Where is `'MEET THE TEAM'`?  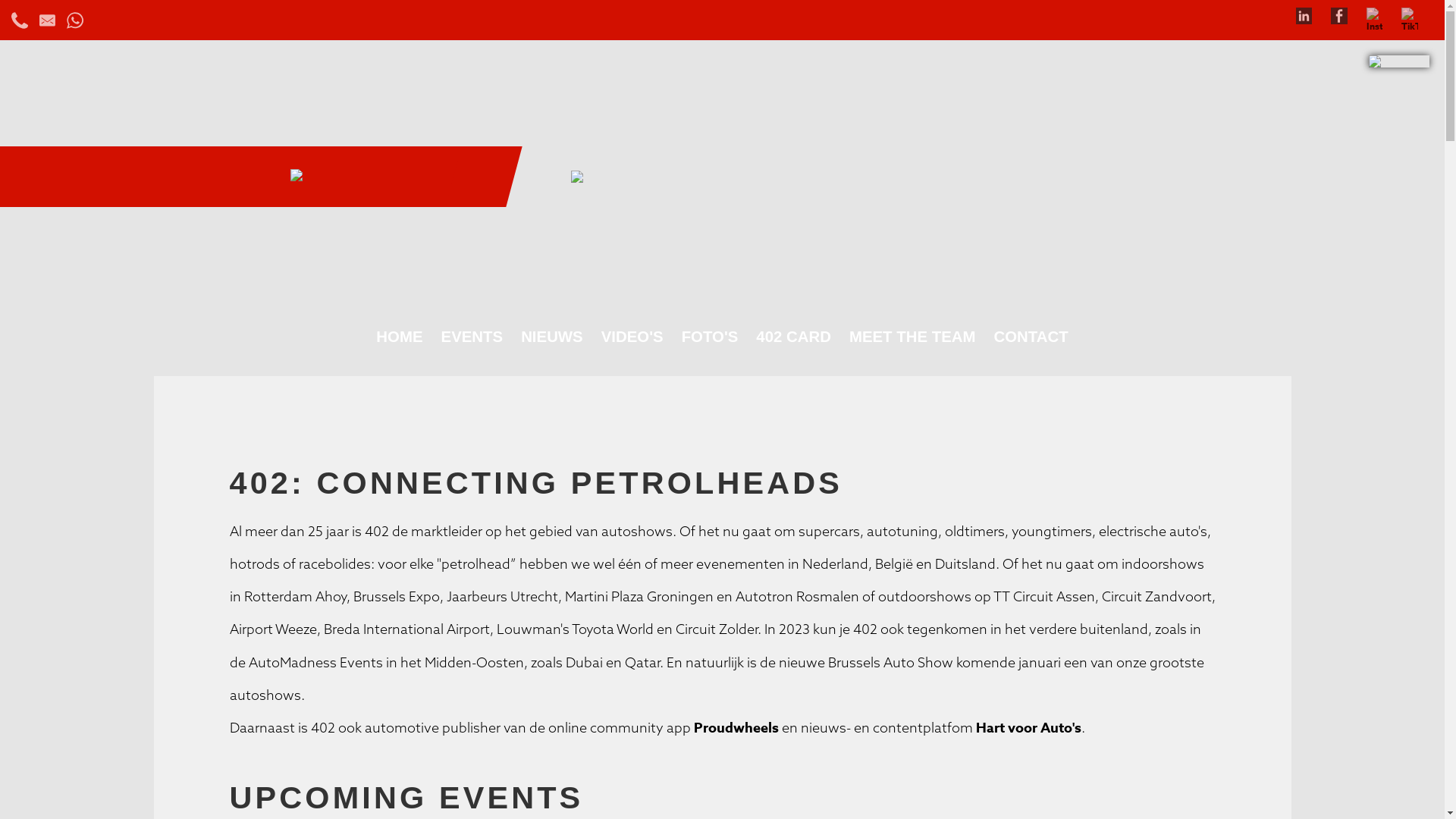
'MEET THE TEAM' is located at coordinates (912, 336).